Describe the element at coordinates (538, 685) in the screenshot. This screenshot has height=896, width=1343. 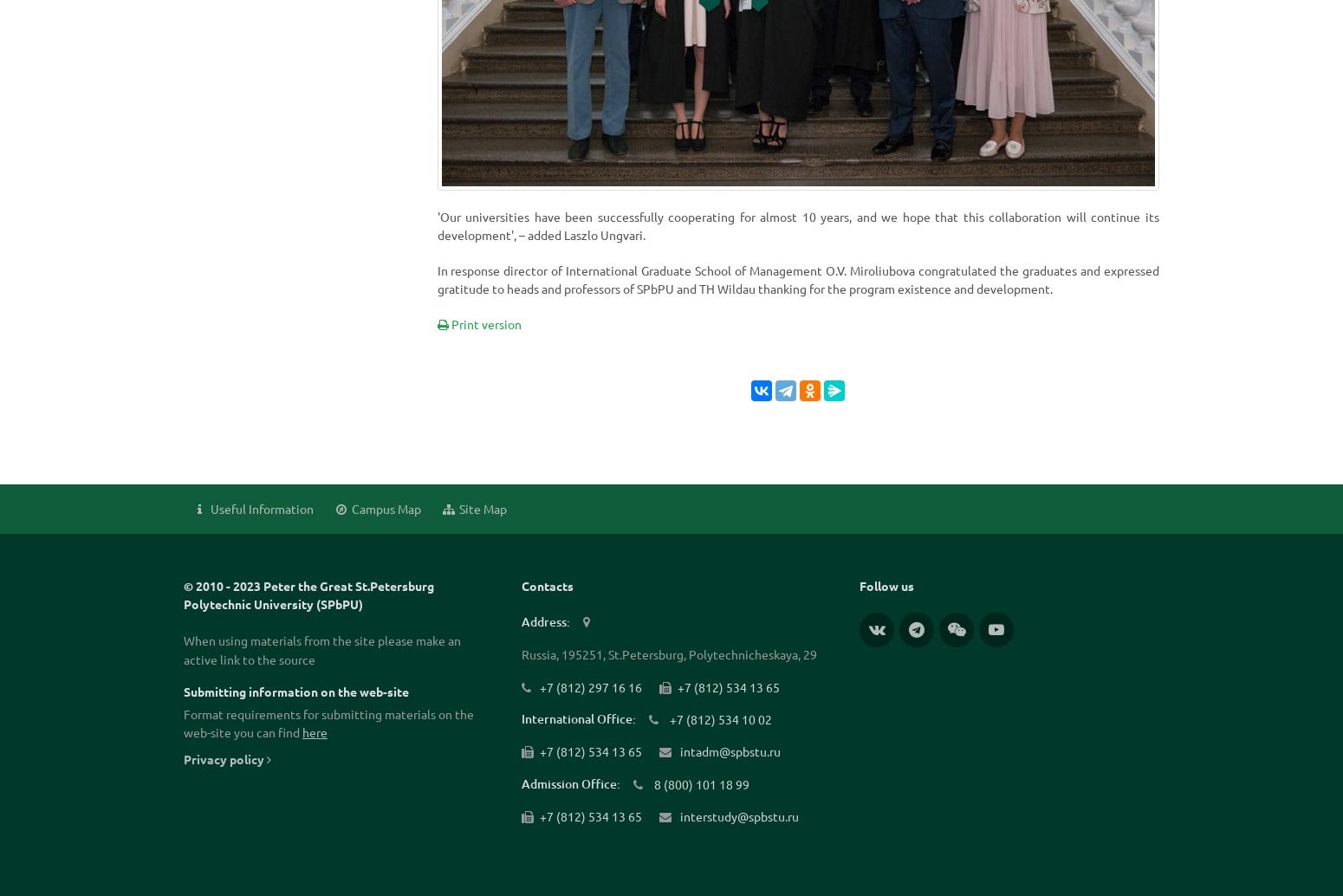
I see `'+7 (812) 297 16 16'` at that location.